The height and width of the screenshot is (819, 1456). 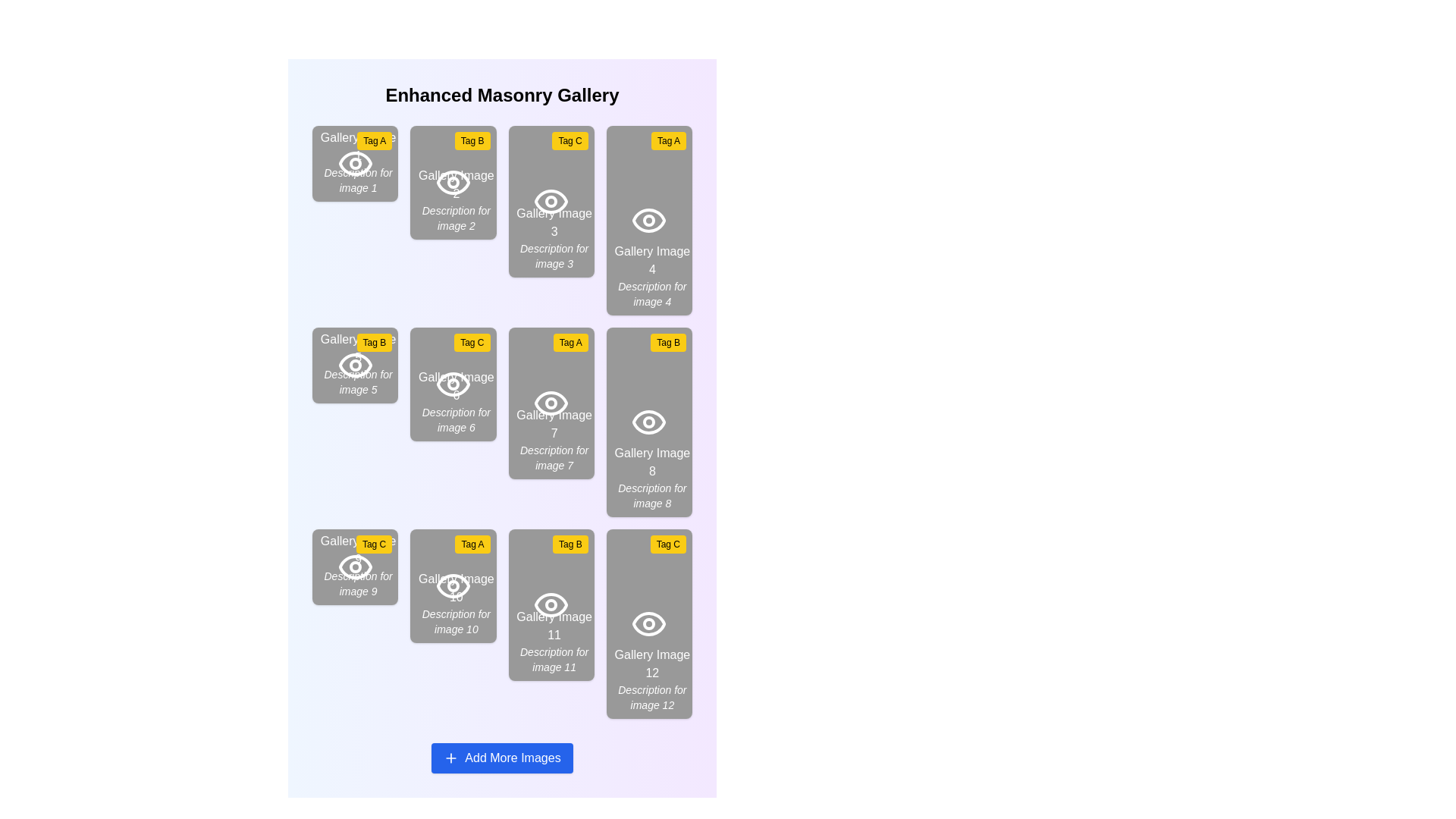 What do you see at coordinates (452, 181) in the screenshot?
I see `the icon located at the center of the tile labeled 'Gallery Image 2' in the second column of the first row` at bounding box center [452, 181].